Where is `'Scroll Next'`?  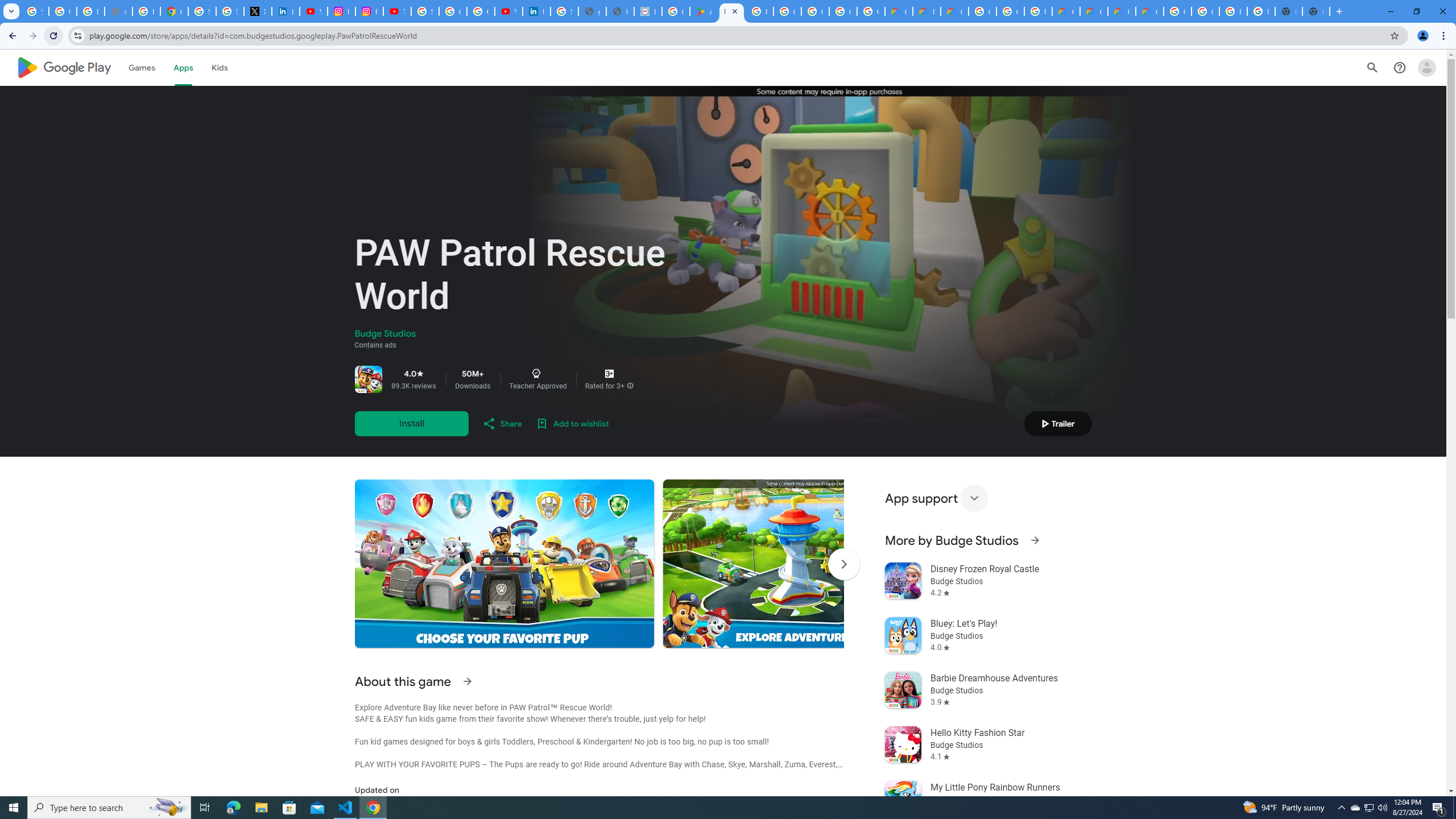
'Scroll Next' is located at coordinates (843, 564).